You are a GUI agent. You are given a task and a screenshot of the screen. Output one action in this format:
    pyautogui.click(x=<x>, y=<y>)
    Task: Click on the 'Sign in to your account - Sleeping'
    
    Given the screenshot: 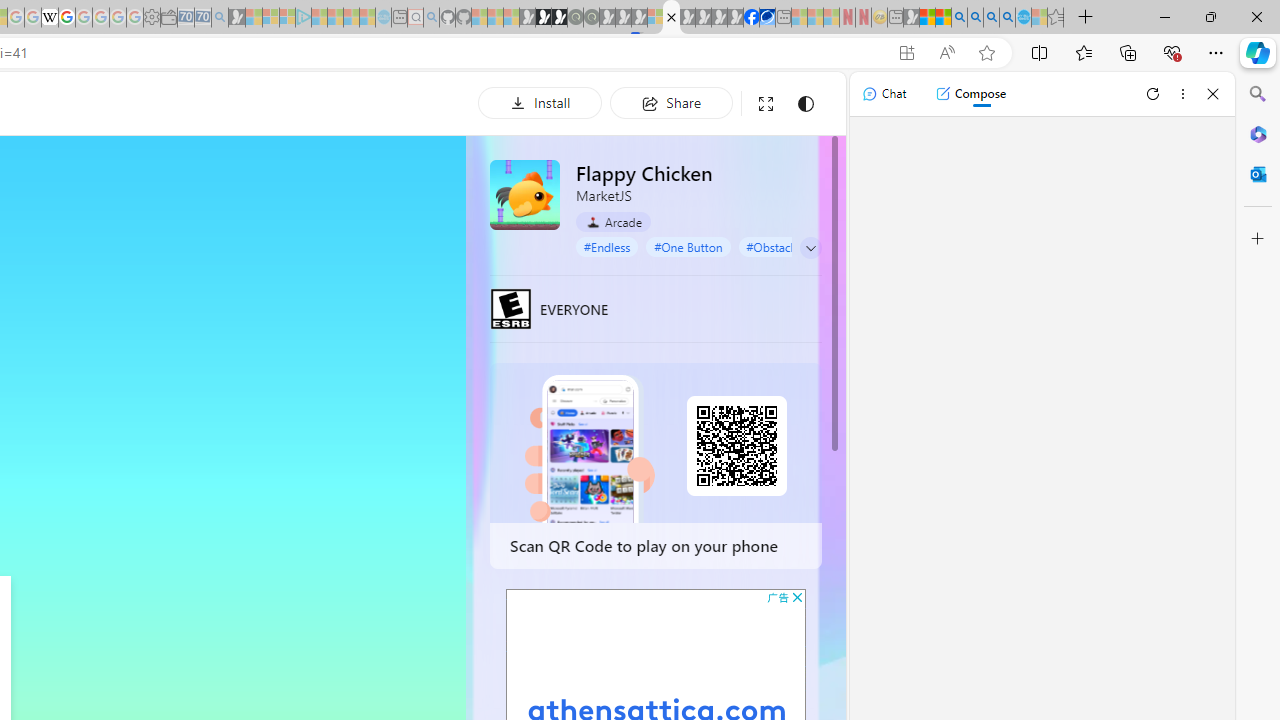 What is the action you would take?
    pyautogui.click(x=655, y=17)
    